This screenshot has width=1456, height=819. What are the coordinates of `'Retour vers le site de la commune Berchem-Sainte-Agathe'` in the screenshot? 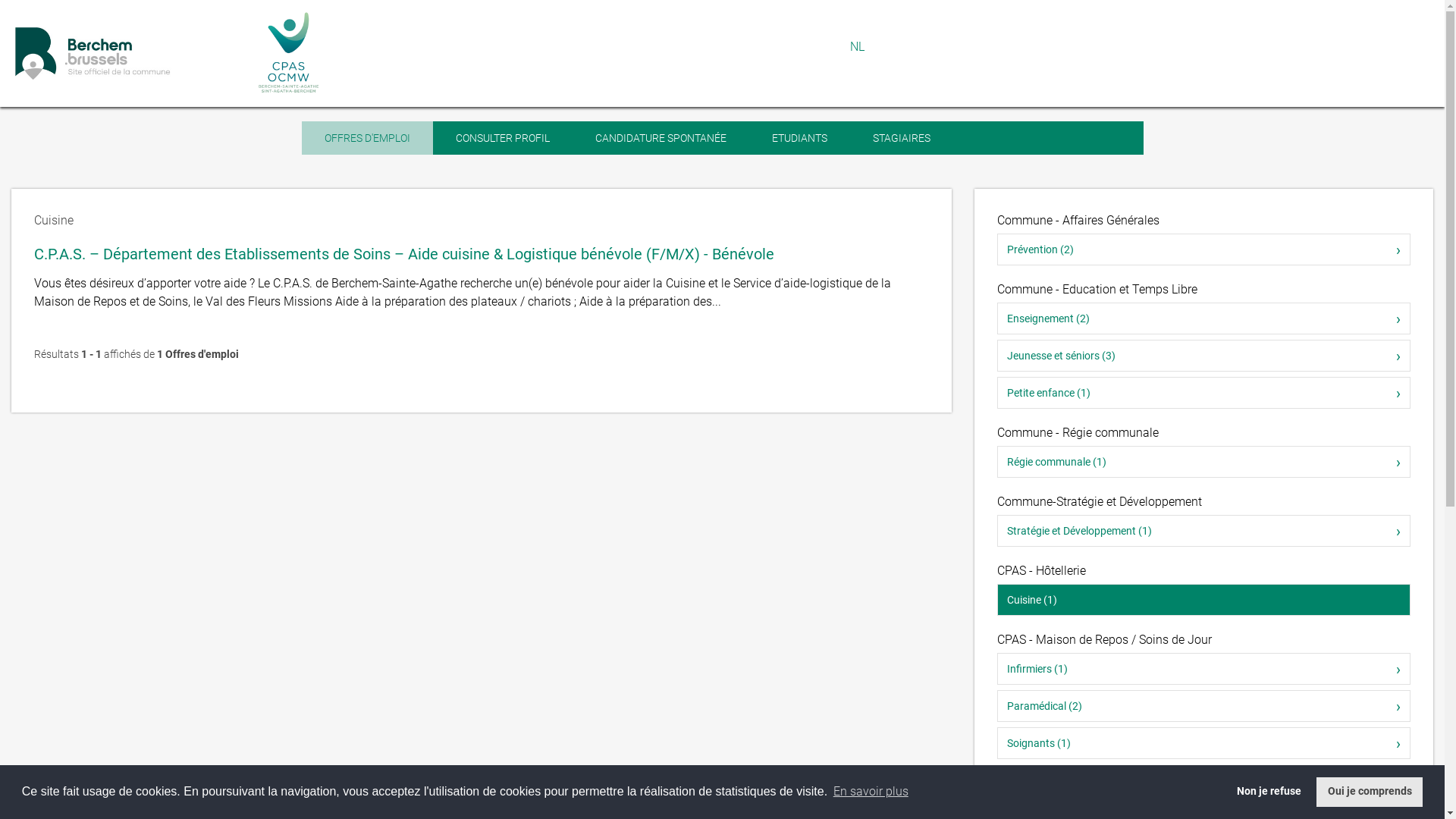 It's located at (127, 52).